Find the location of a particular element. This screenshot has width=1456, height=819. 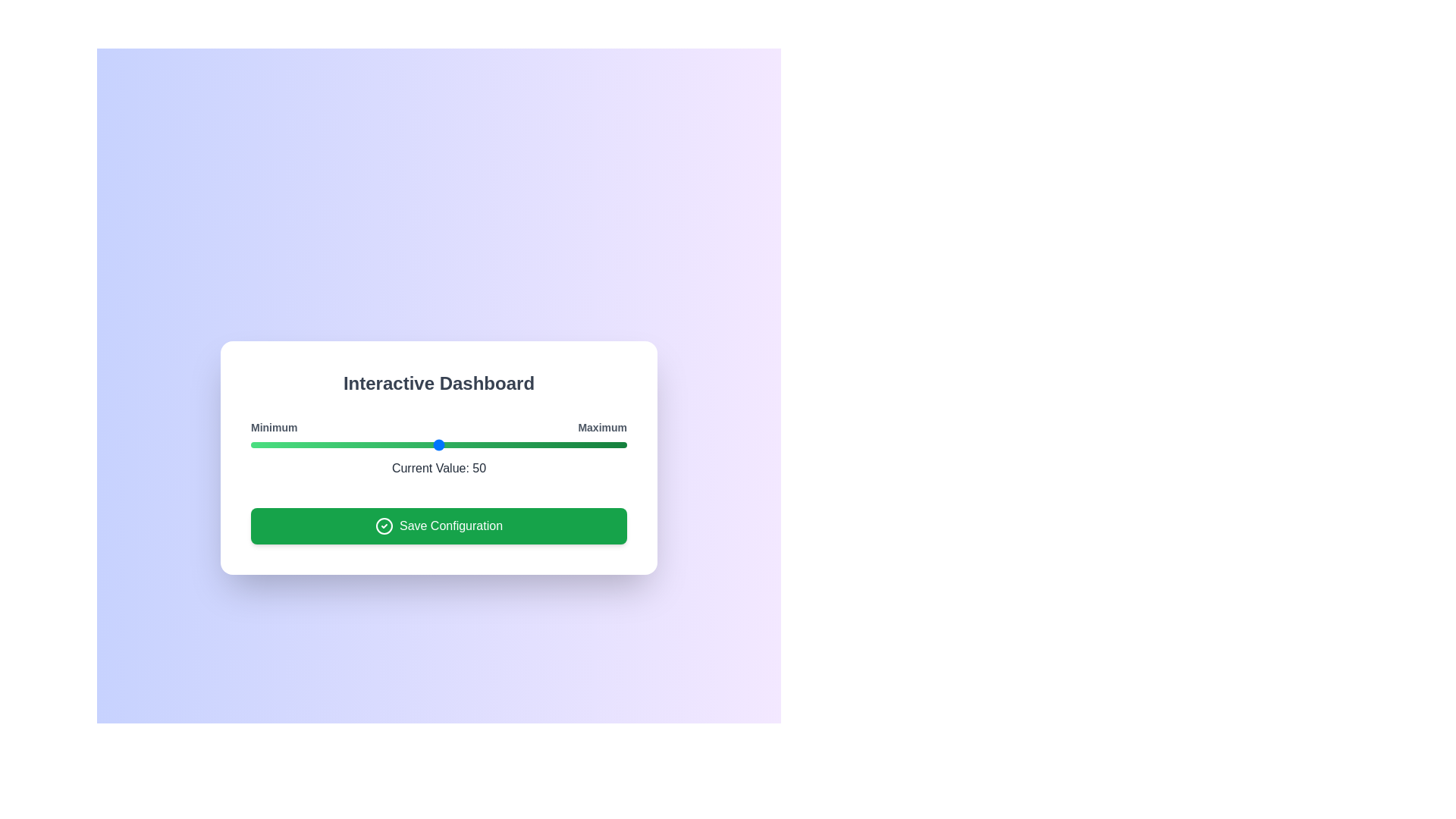

the slider to set its value to 29 is located at coordinates (359, 444).